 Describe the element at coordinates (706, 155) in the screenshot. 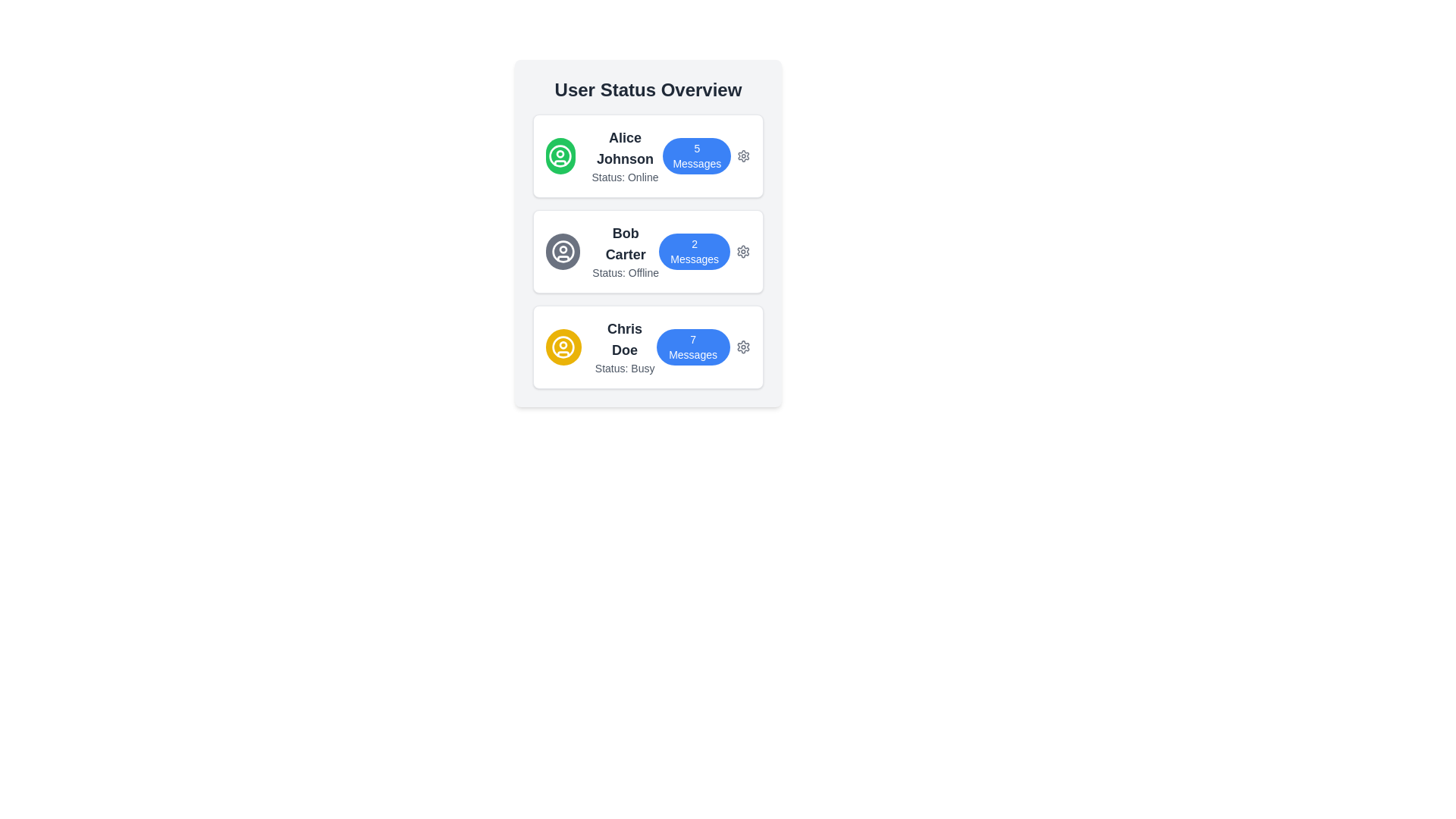

I see `the blue rounded badge containing the text '5 Messages' in white, which is part of the user status card` at that location.